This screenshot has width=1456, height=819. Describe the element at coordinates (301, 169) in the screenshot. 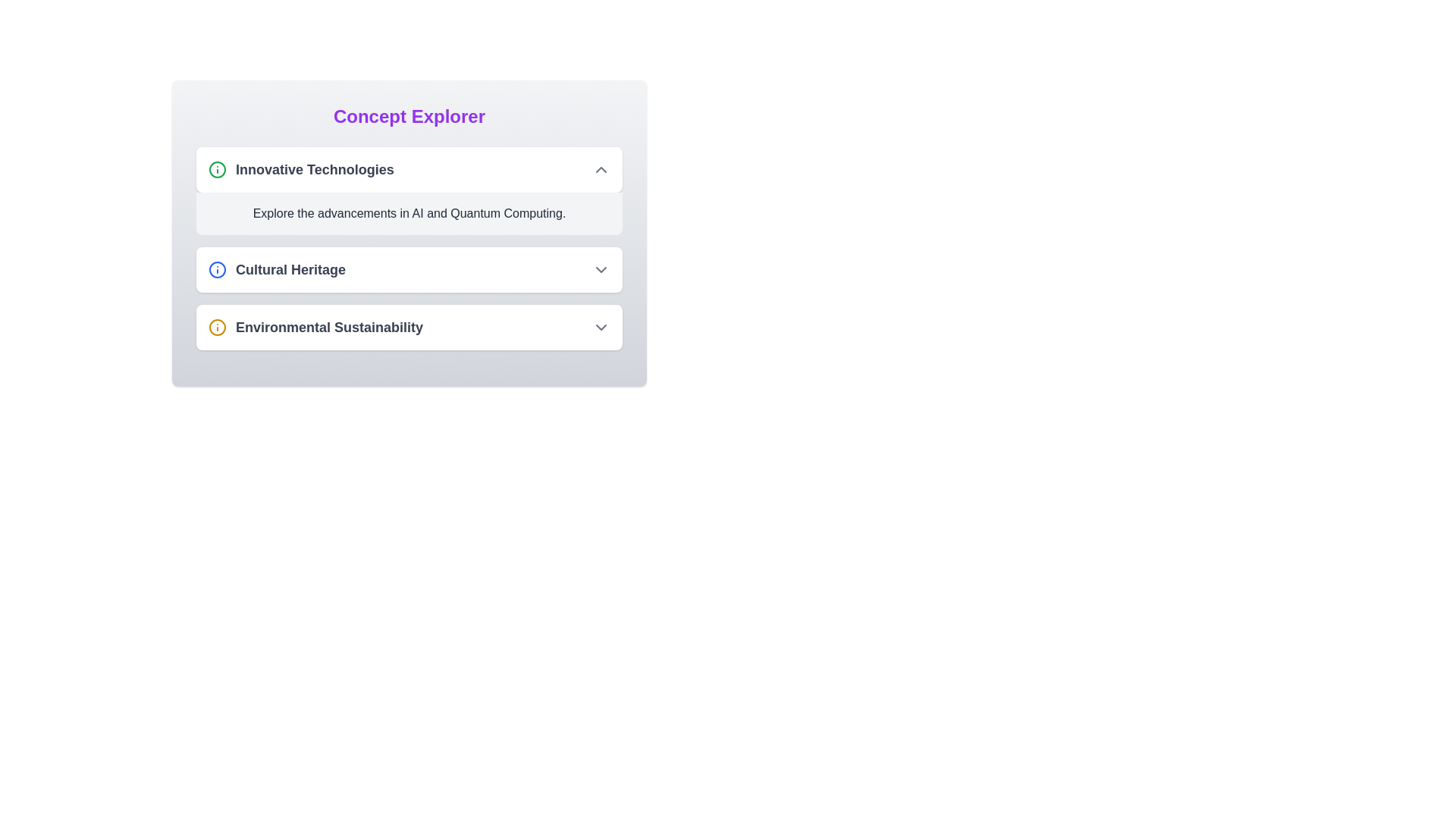

I see `the 'Innovative Technologies' text and icon label list item` at that location.